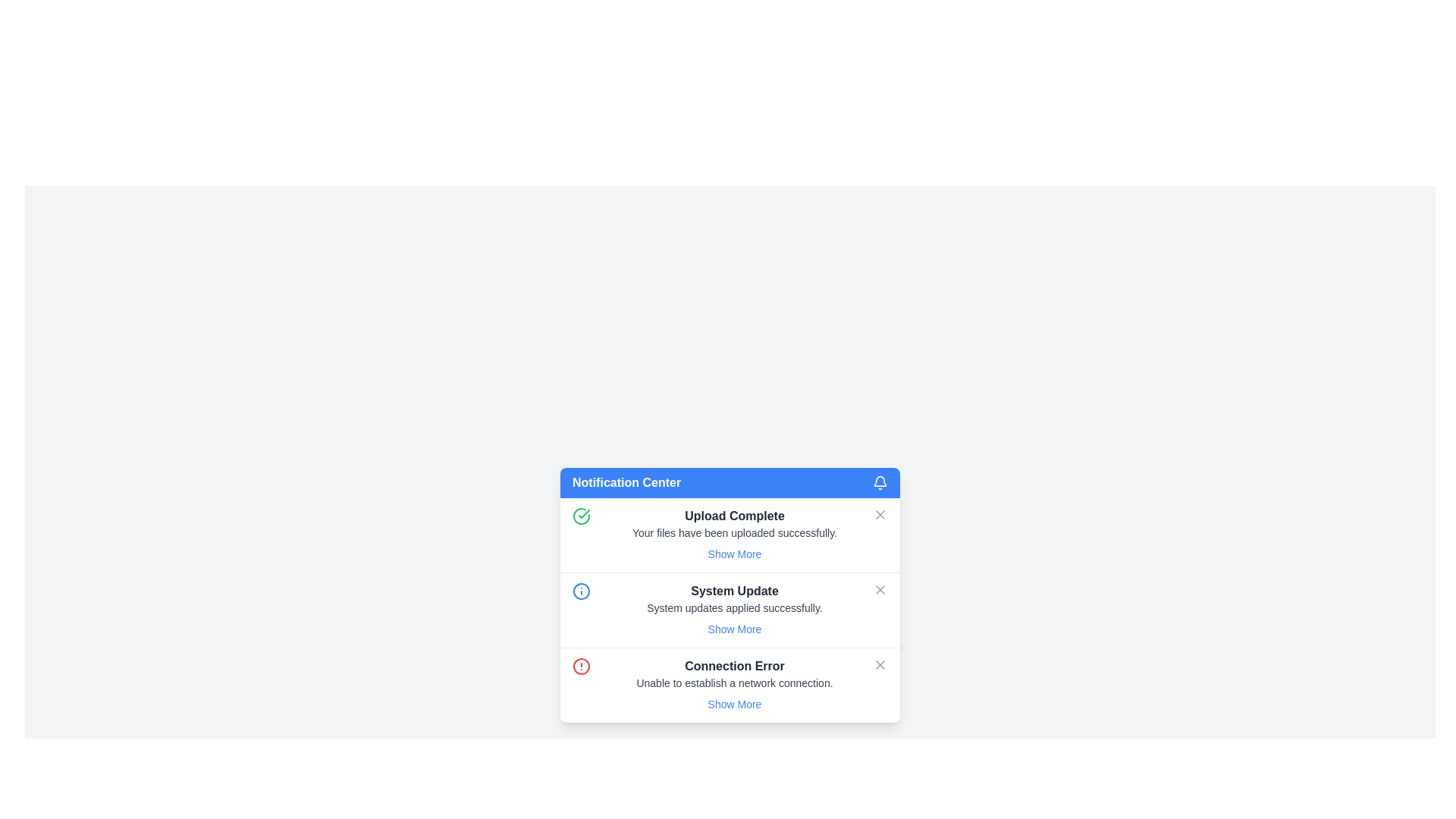  Describe the element at coordinates (735, 666) in the screenshot. I see `the text label that serves as a title for the error notification, located in the third notification card, between 'System Update' and 'Show More'` at that location.